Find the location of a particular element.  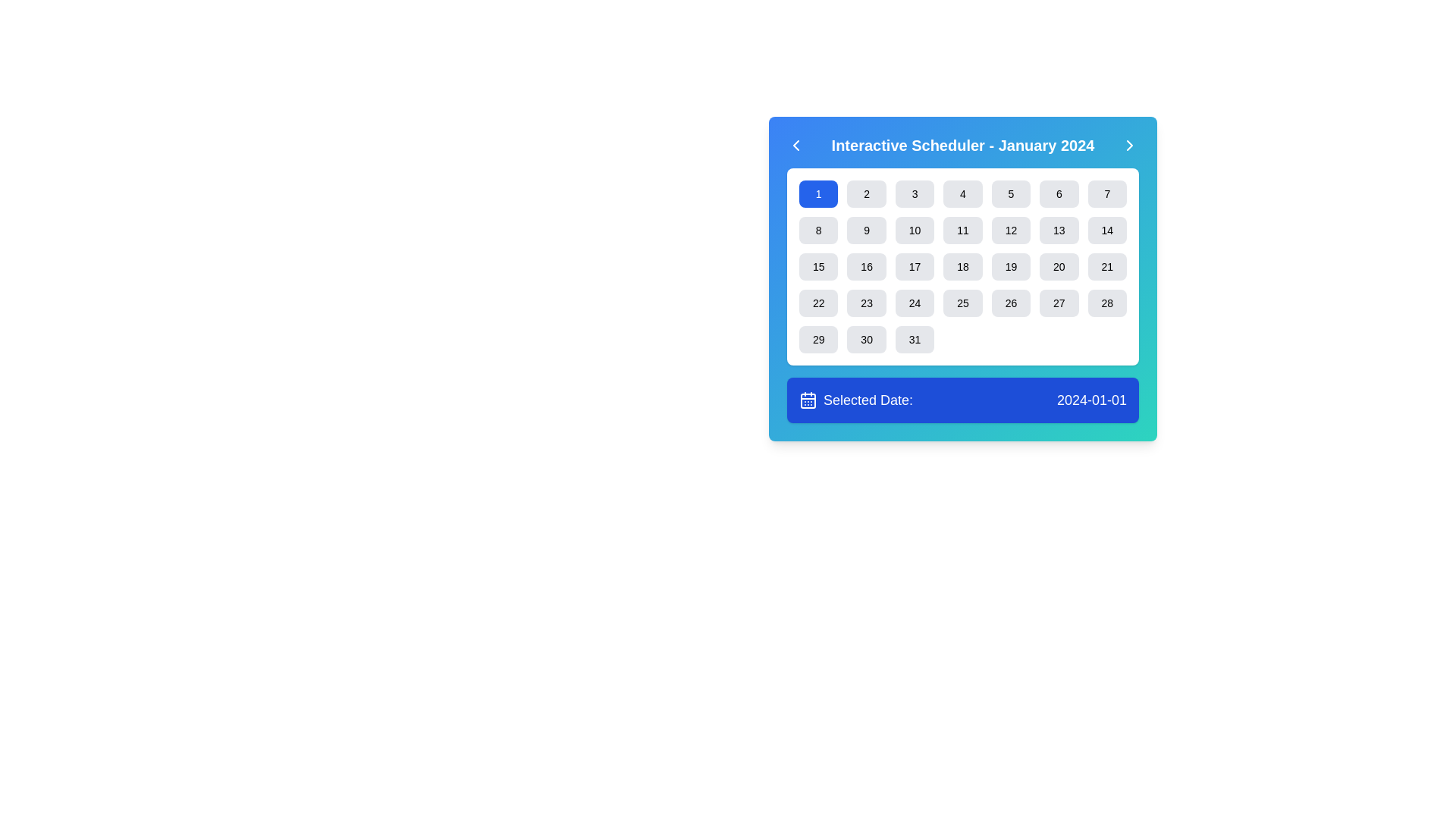

the rounded rectangle element that is part of the calendar SVG icon, located to the left of the 'Selected Date' text in the footer area is located at coordinates (807, 400).